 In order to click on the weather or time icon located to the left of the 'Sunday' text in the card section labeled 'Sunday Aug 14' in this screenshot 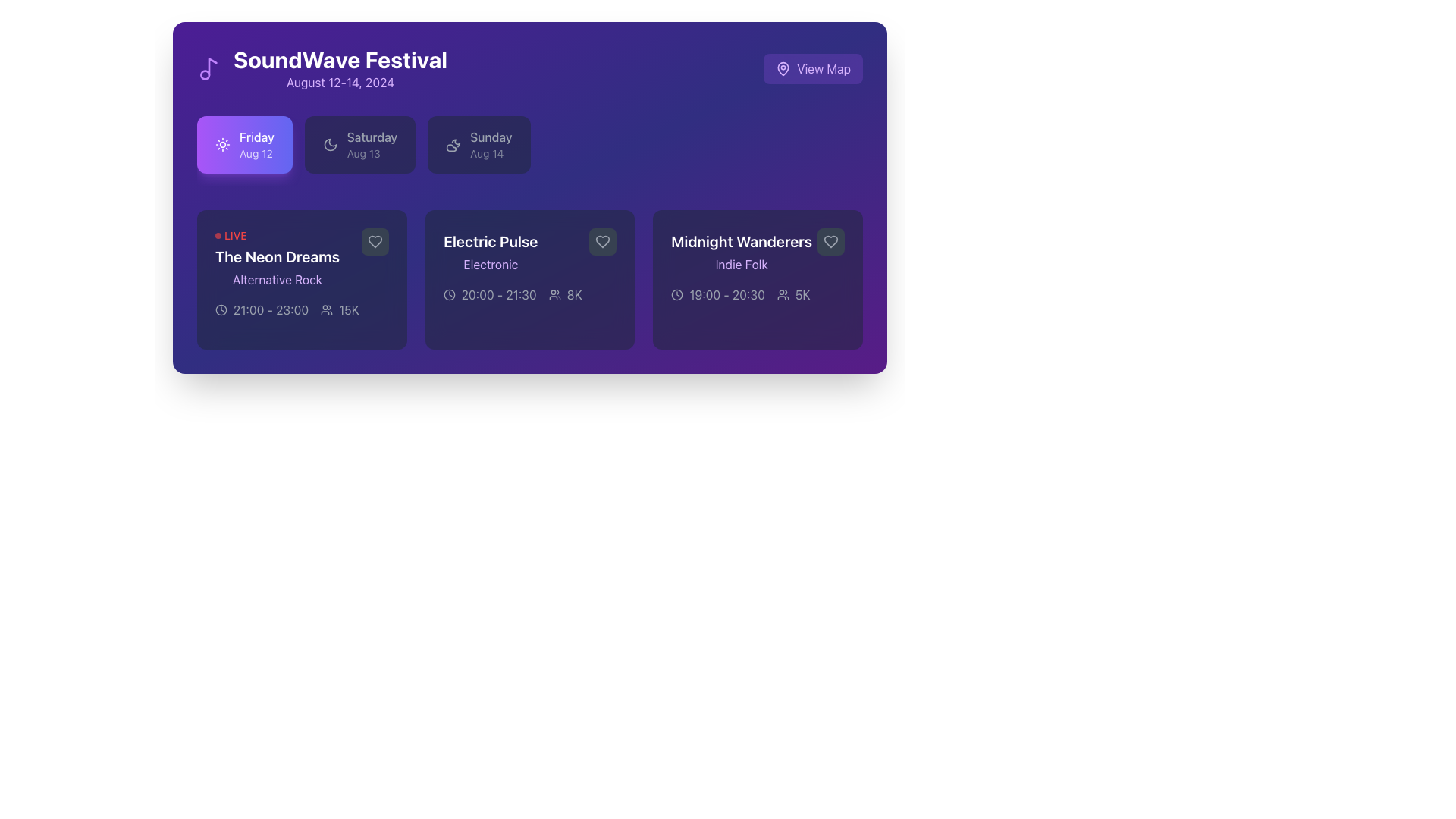, I will do `click(453, 145)`.